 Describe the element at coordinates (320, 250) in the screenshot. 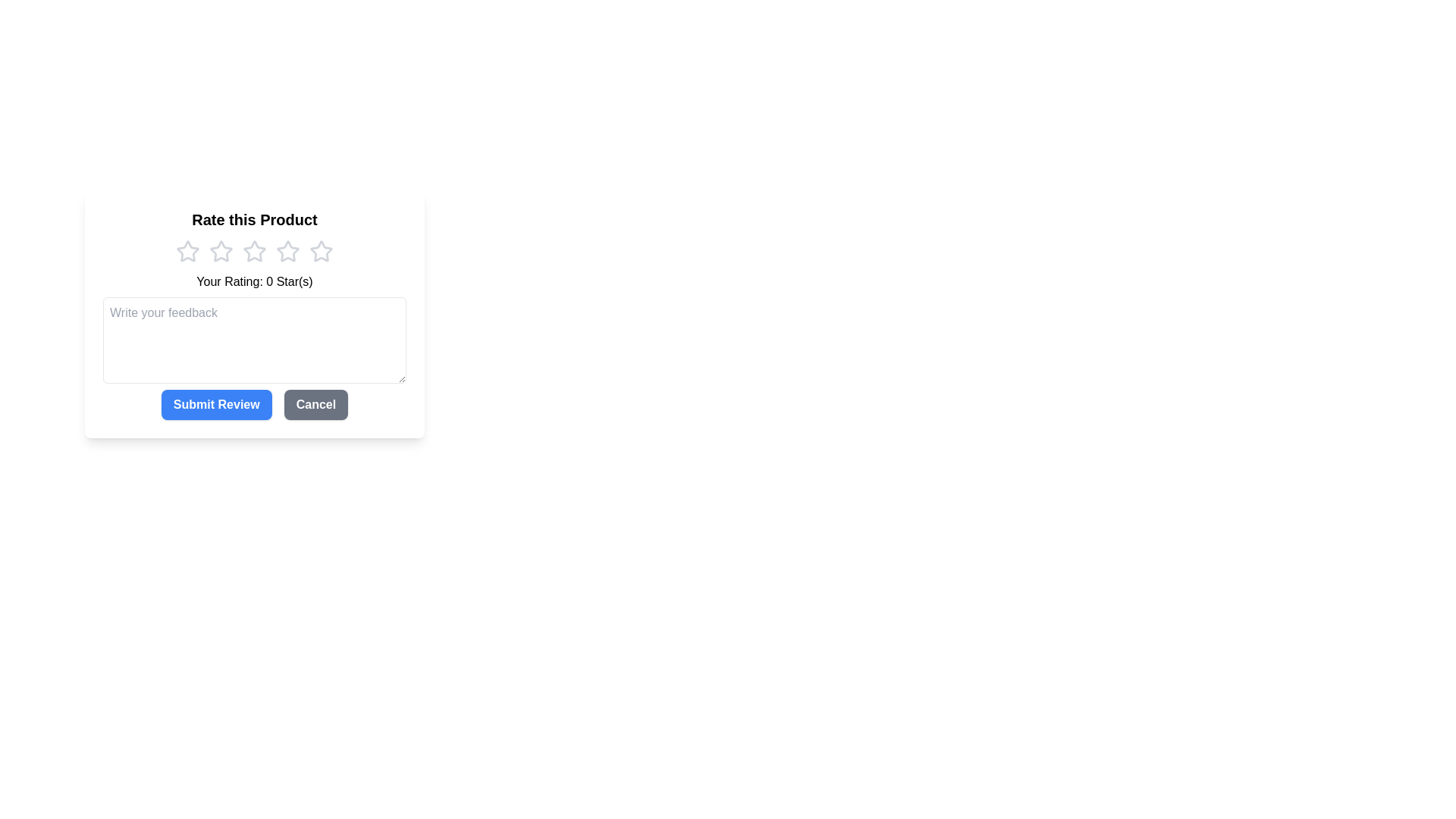

I see `the fifth star button in the five-star rating system, which allows users to indicate a maximum rating for a product or service` at that location.